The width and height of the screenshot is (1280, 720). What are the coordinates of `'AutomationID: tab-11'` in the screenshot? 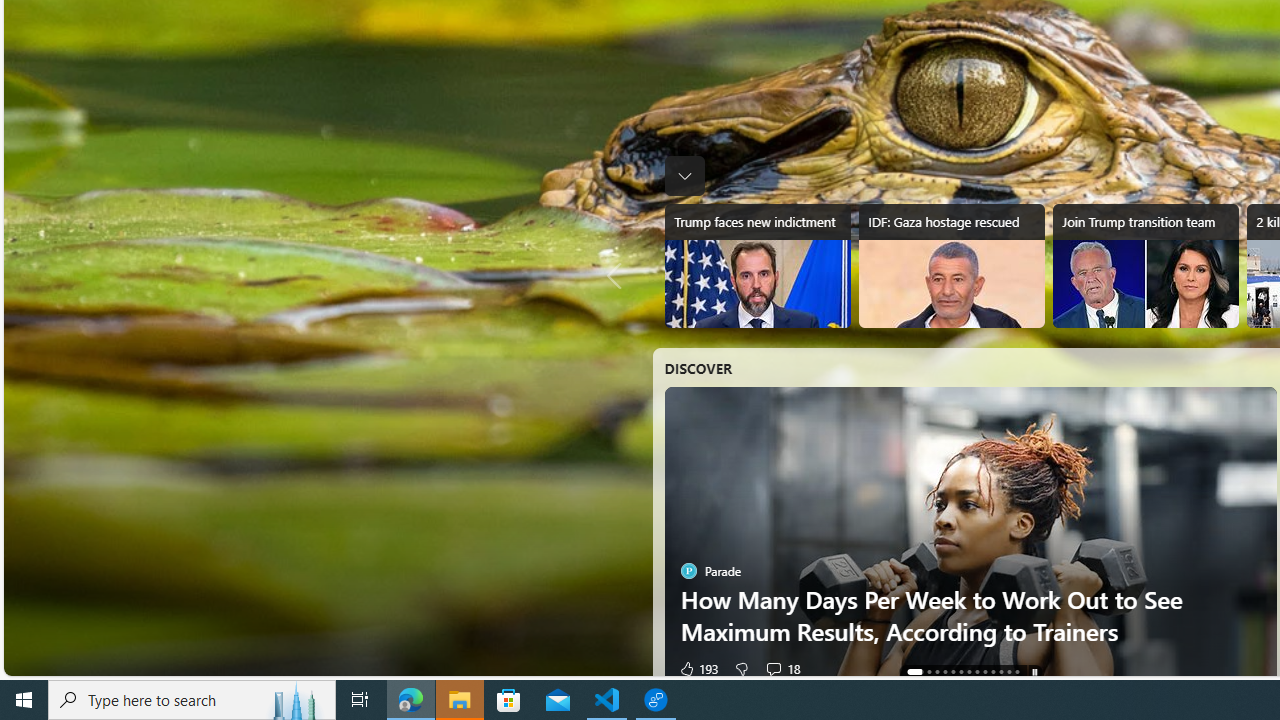 It's located at (1008, 672).